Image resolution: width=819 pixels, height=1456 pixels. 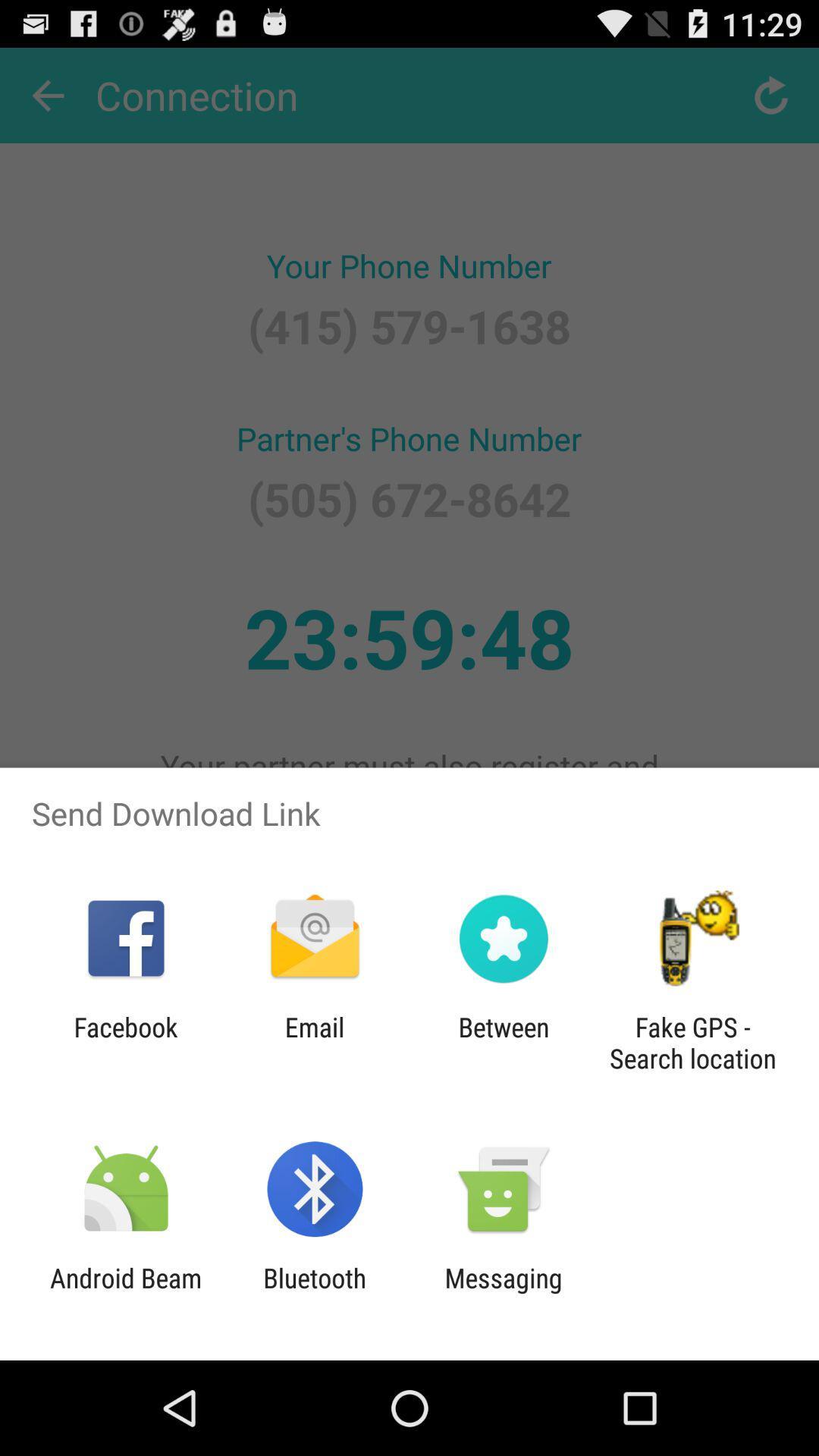 I want to click on icon next to the facebook icon, so click(x=314, y=1042).